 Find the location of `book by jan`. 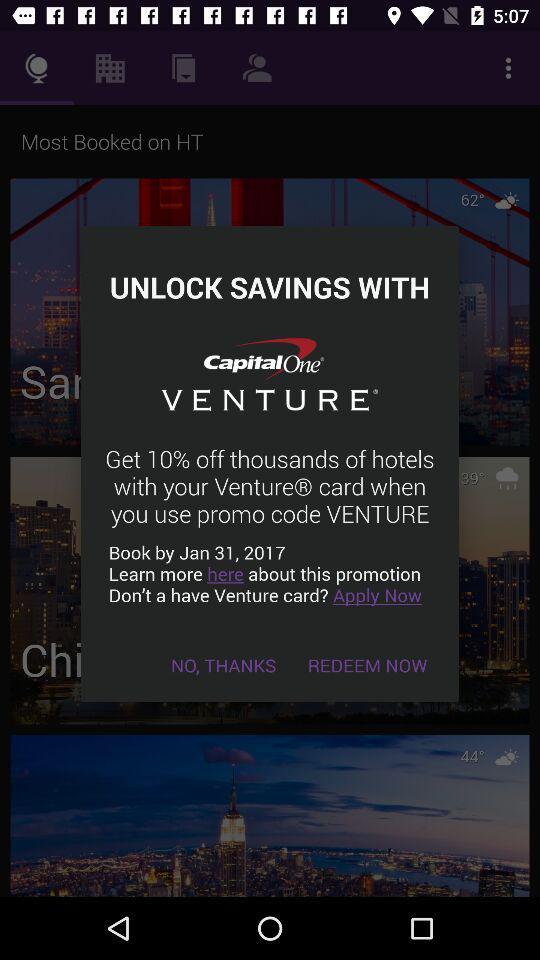

book by jan is located at coordinates (270, 573).